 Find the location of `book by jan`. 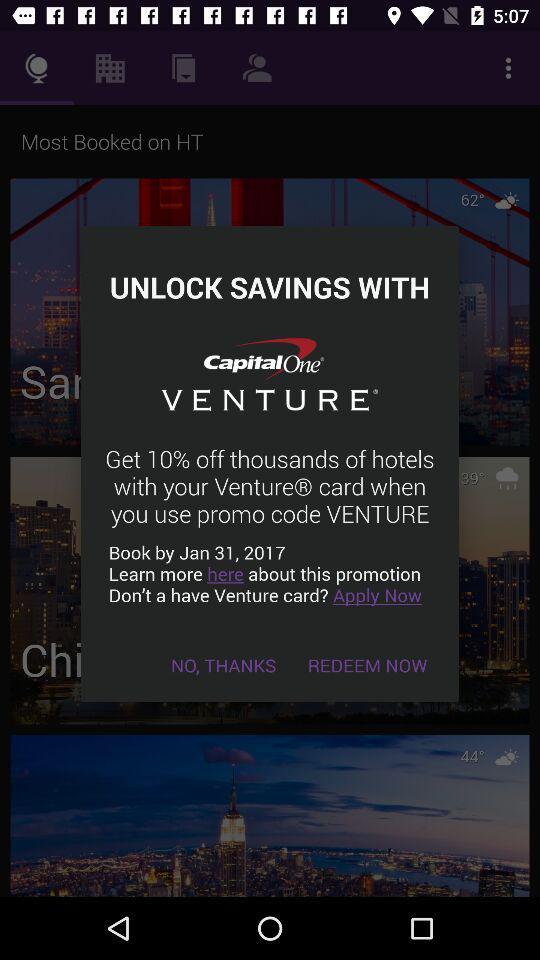

book by jan is located at coordinates (270, 573).